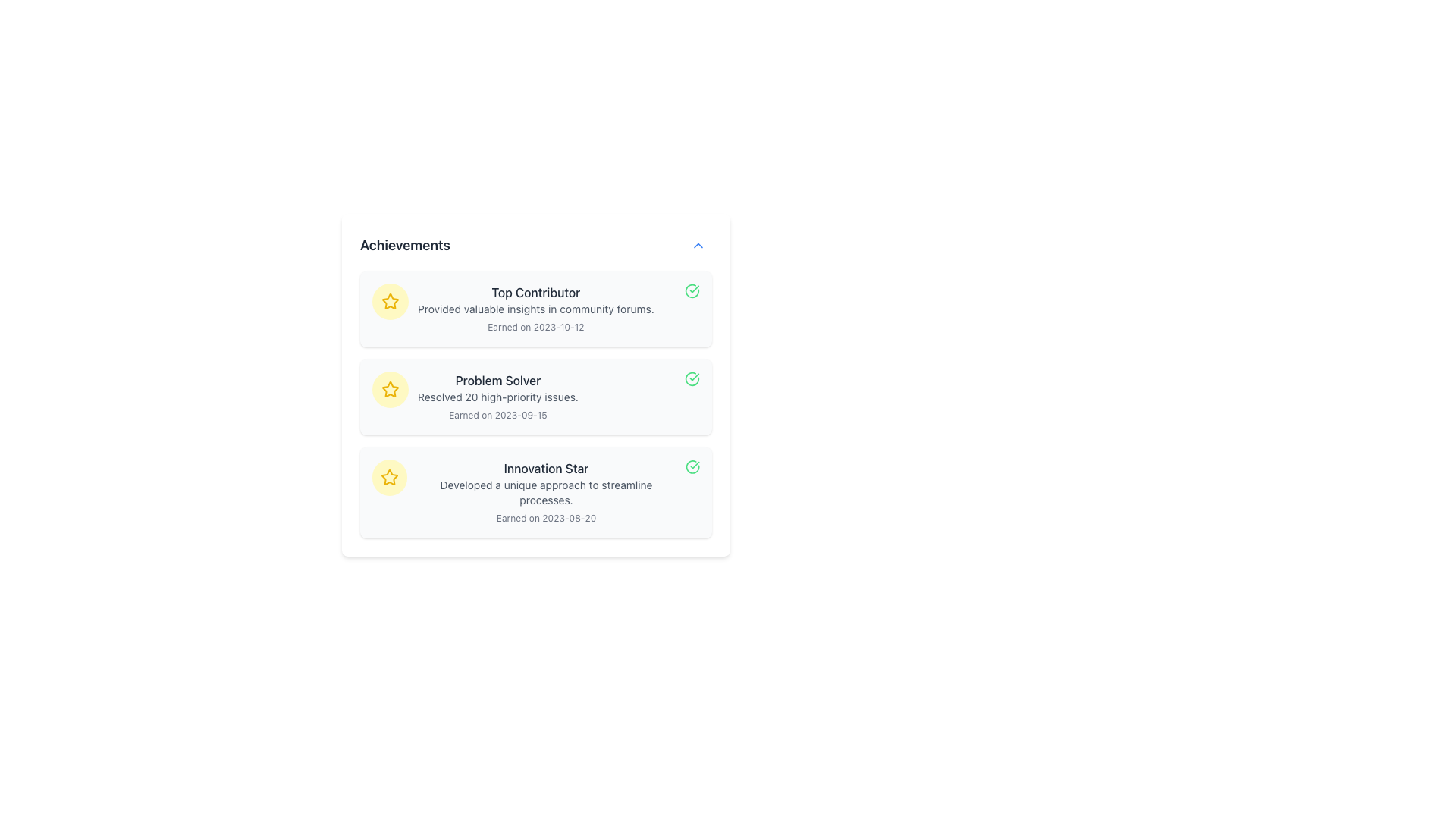 The image size is (1456, 819). I want to click on green checkmark icon within the achievements section next to 'Top Contributor' for accessibility or styling purposes, so click(691, 377).